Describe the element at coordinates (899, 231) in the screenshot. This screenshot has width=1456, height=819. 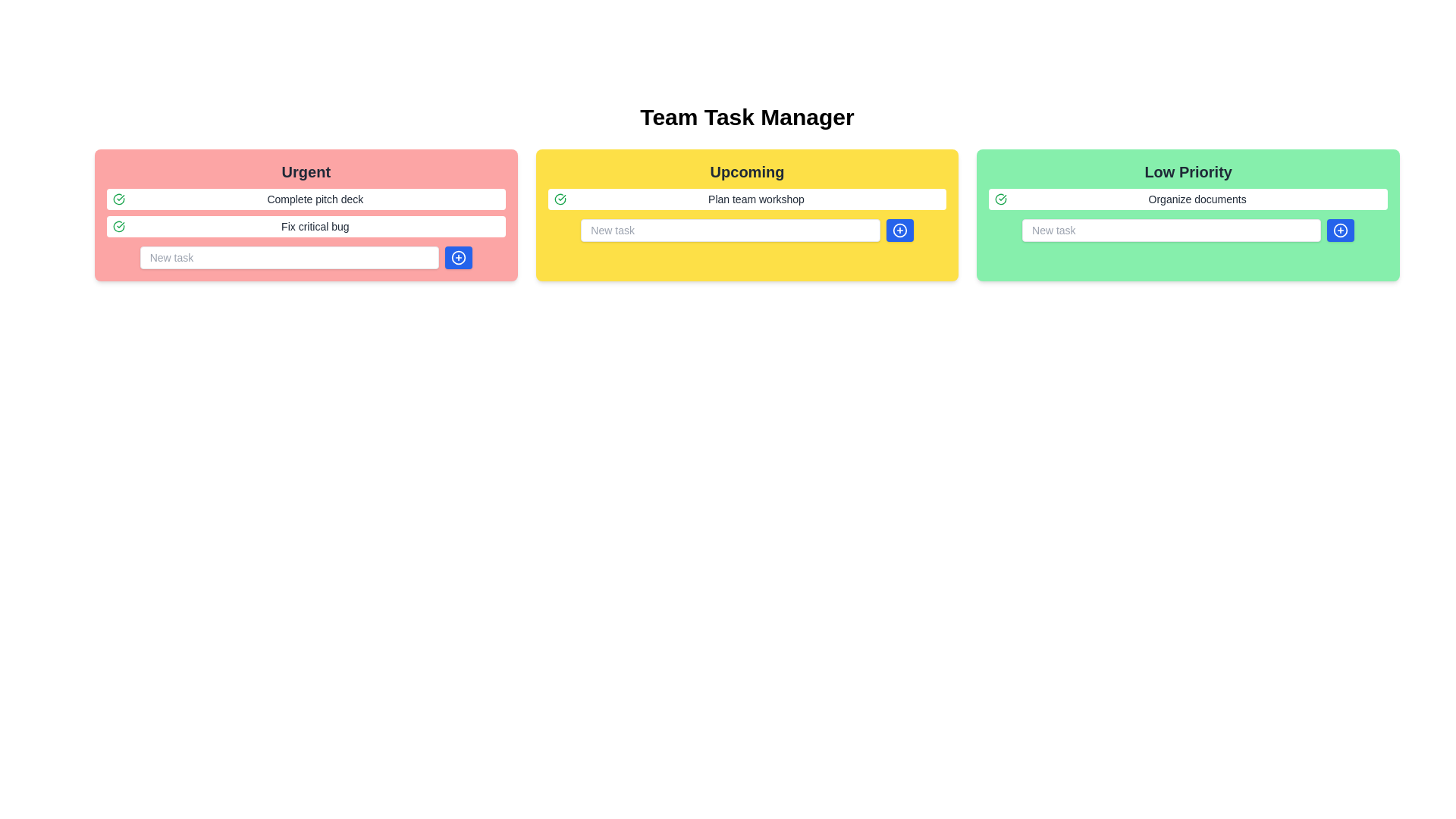
I see `the circular icon with a plus sign inside, styled in blue, located in the yellow 'Upcoming' section` at that location.